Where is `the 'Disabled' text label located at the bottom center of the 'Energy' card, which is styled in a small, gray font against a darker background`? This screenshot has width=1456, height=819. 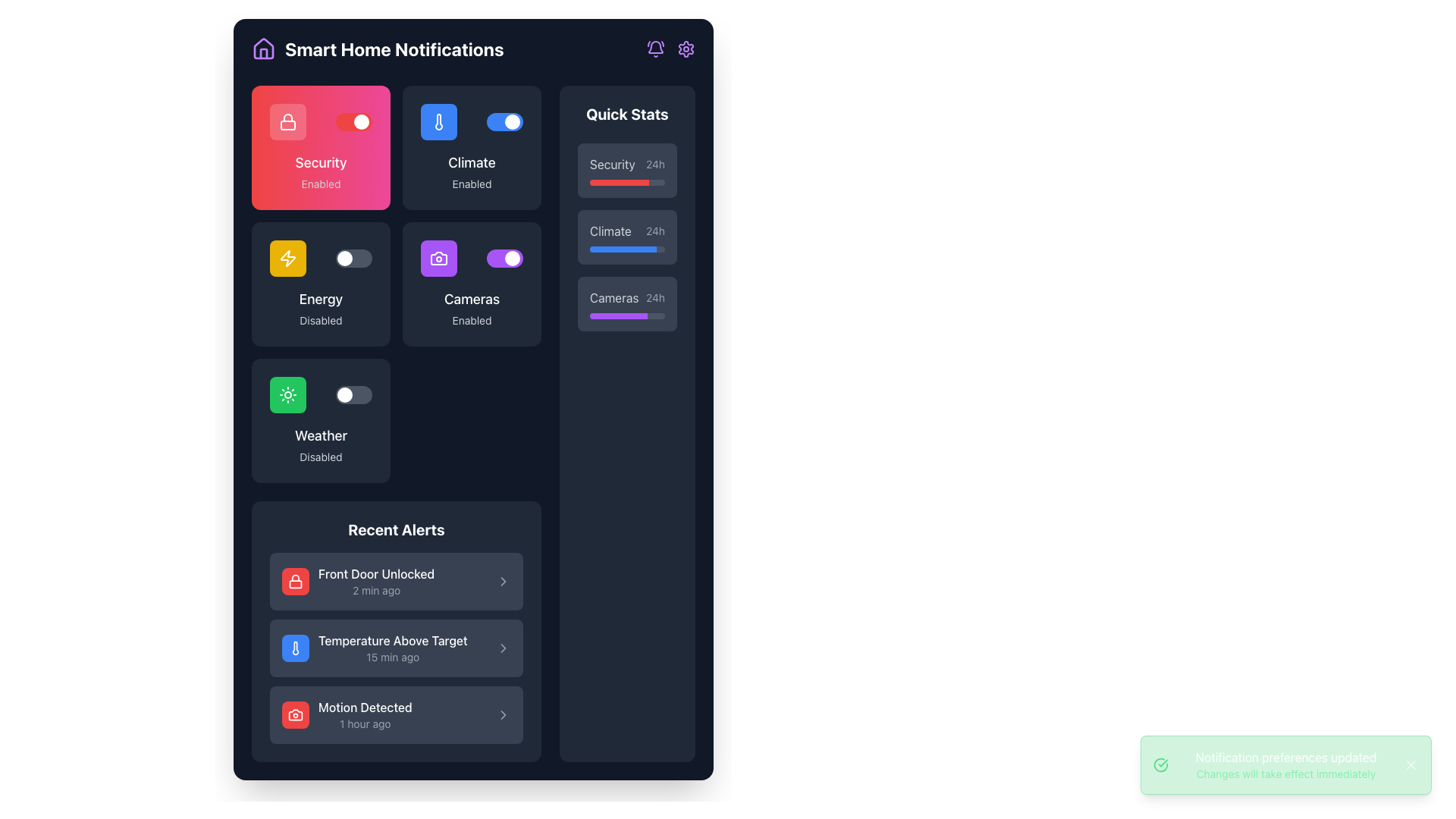
the 'Disabled' text label located at the bottom center of the 'Energy' card, which is styled in a small, gray font against a darker background is located at coordinates (320, 320).